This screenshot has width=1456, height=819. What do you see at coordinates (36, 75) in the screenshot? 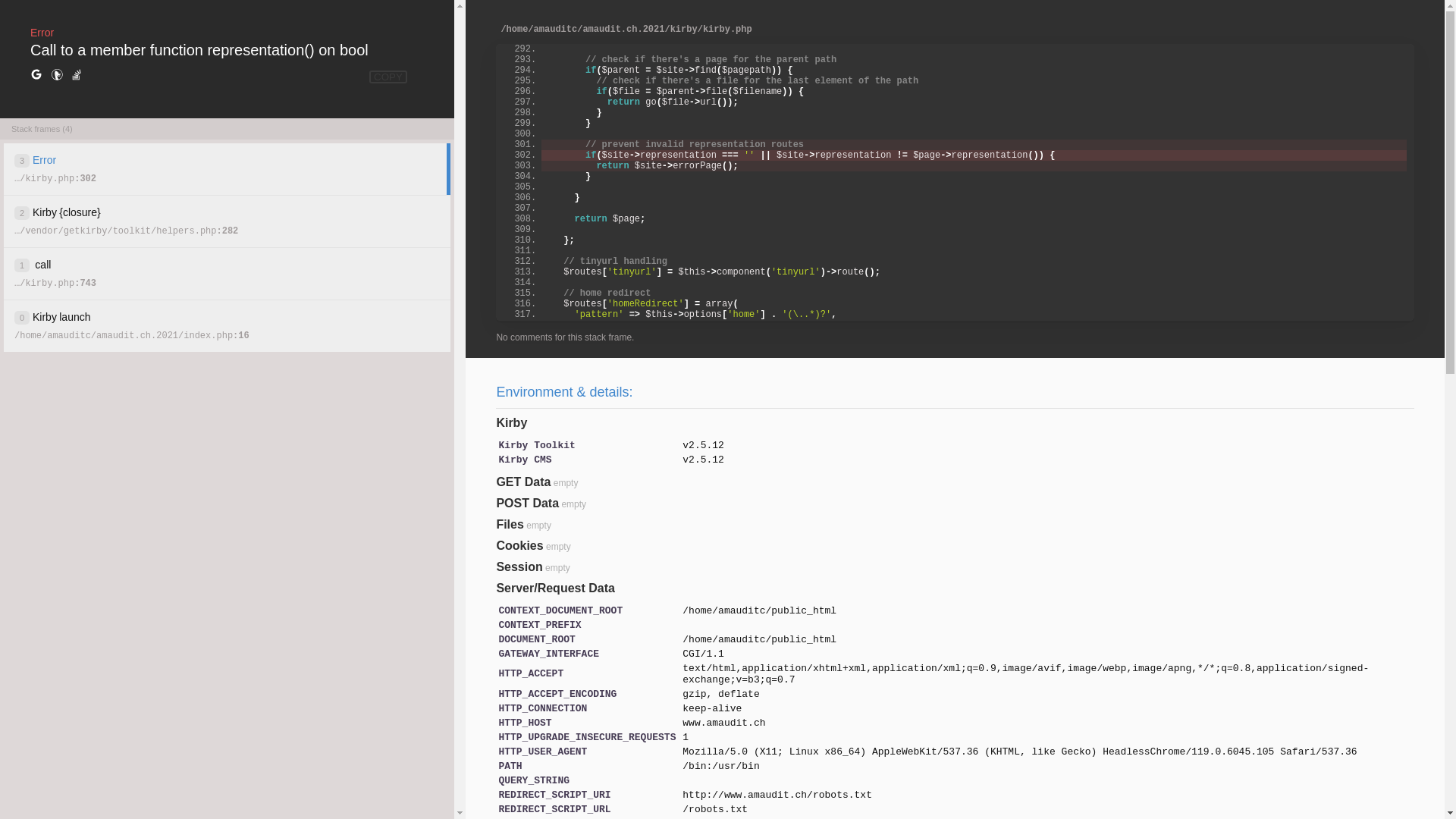
I see `'Search for help on Google.'` at bounding box center [36, 75].